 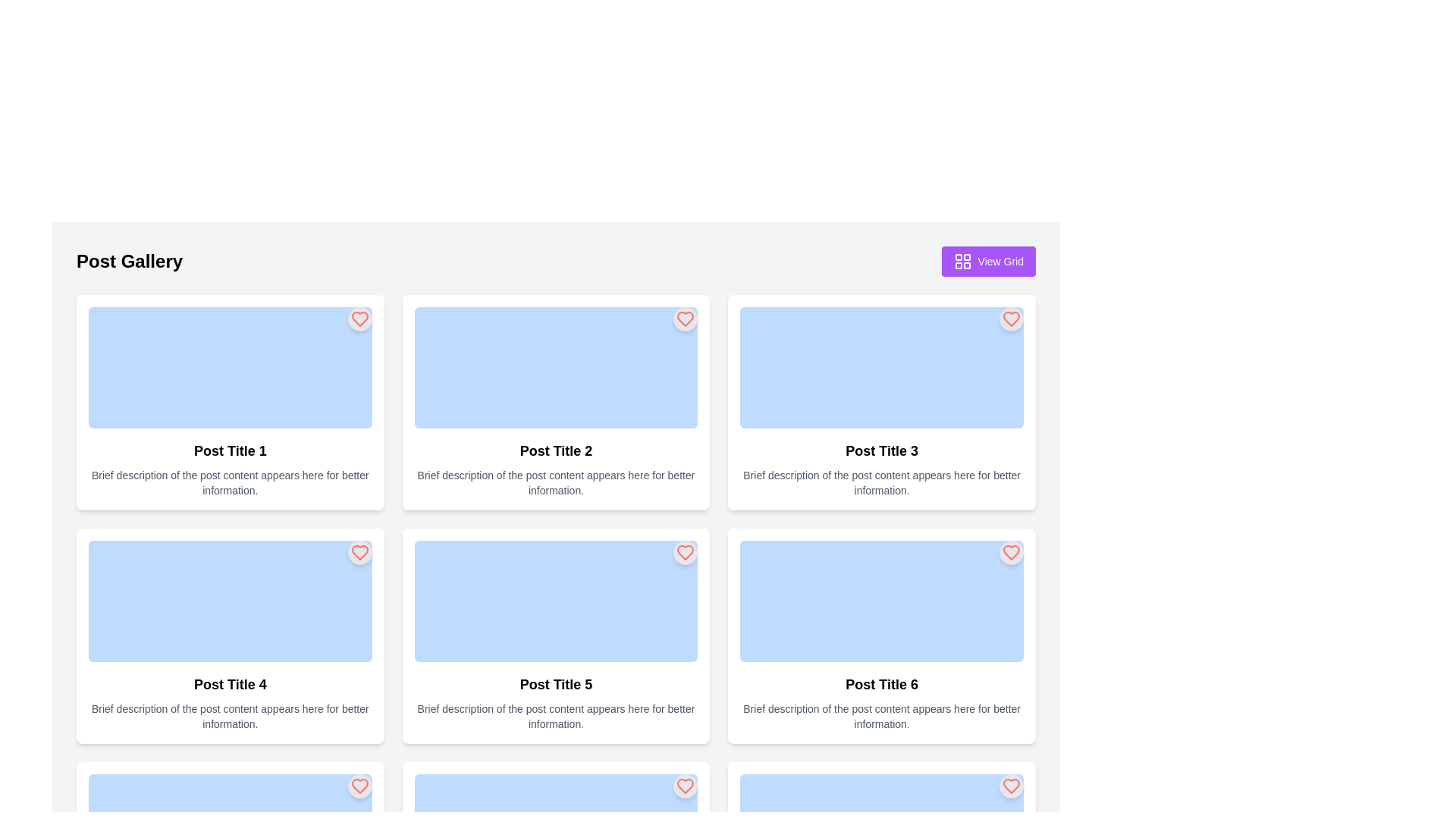 What do you see at coordinates (359, 786) in the screenshot?
I see `the favorite icon located in the top-right corner of the content card labeled 'Post Title 4' to trigger the animation or tooltip` at bounding box center [359, 786].